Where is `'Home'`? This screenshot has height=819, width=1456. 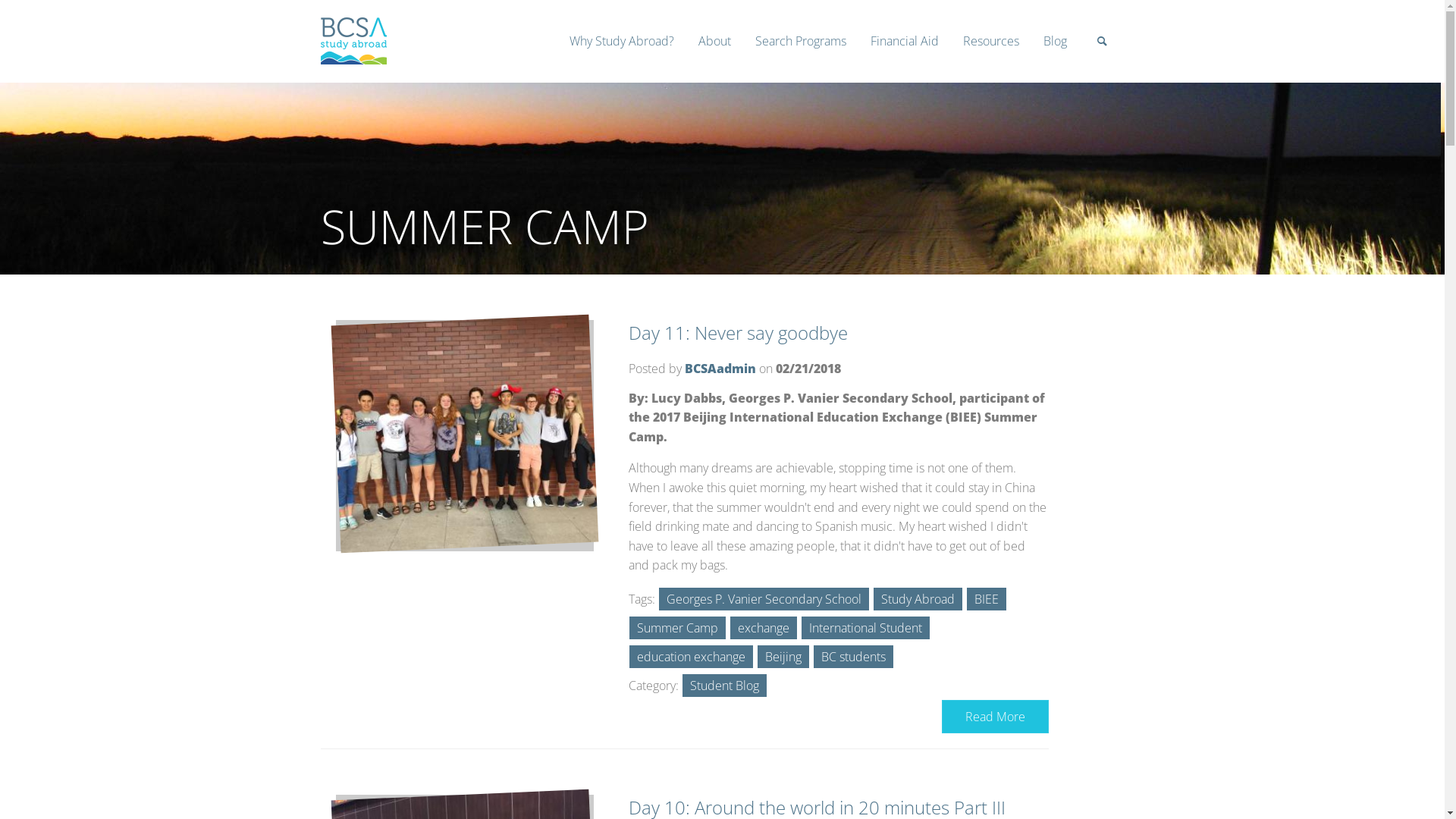 'Home' is located at coordinates (352, 58).